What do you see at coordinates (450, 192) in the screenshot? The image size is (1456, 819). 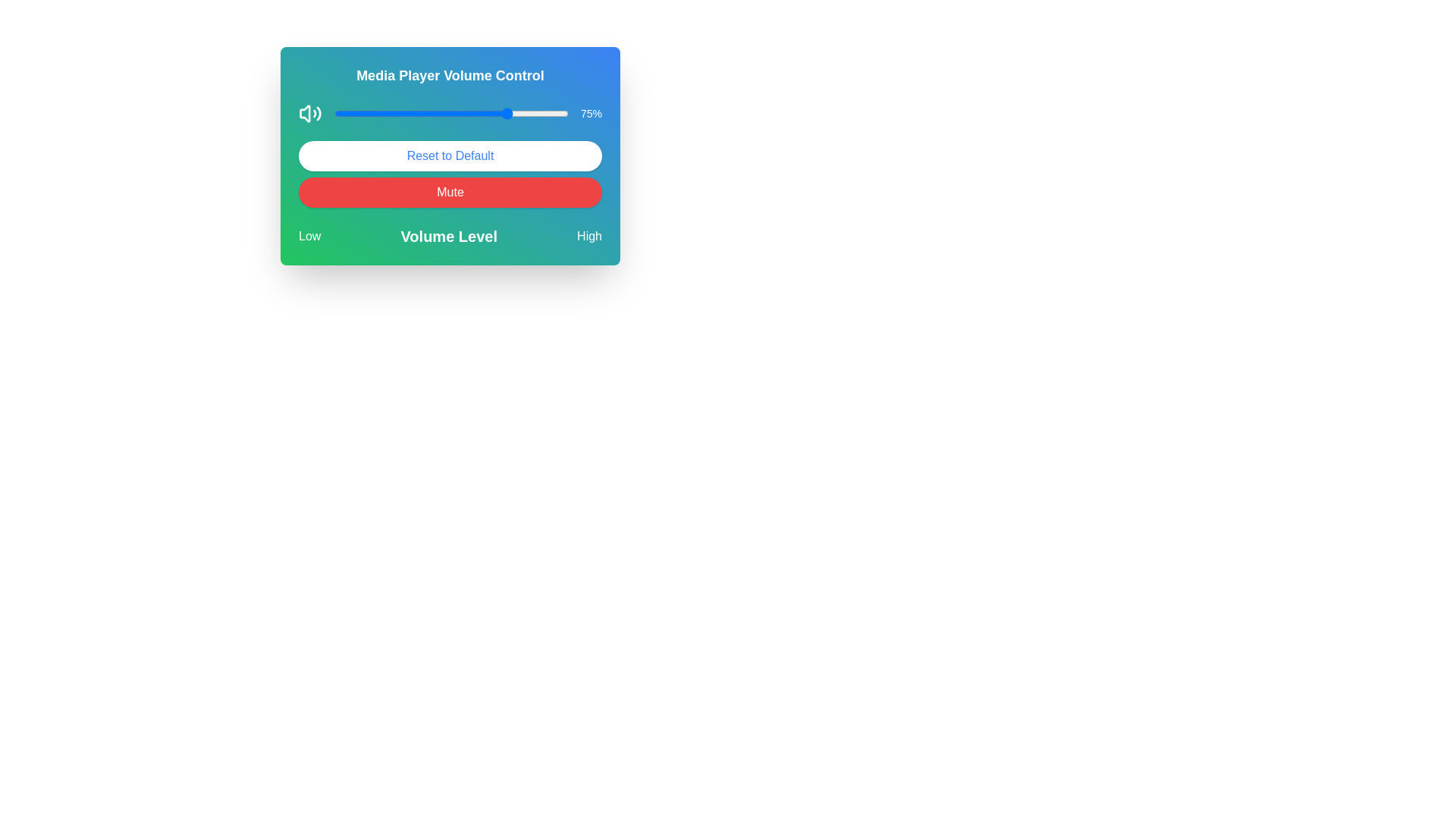 I see `the 'Mute' button, which is a red rectangular button with rounded corners and white text, located between the 'Reset to Default' button and the 'Volume Level' text section` at bounding box center [450, 192].